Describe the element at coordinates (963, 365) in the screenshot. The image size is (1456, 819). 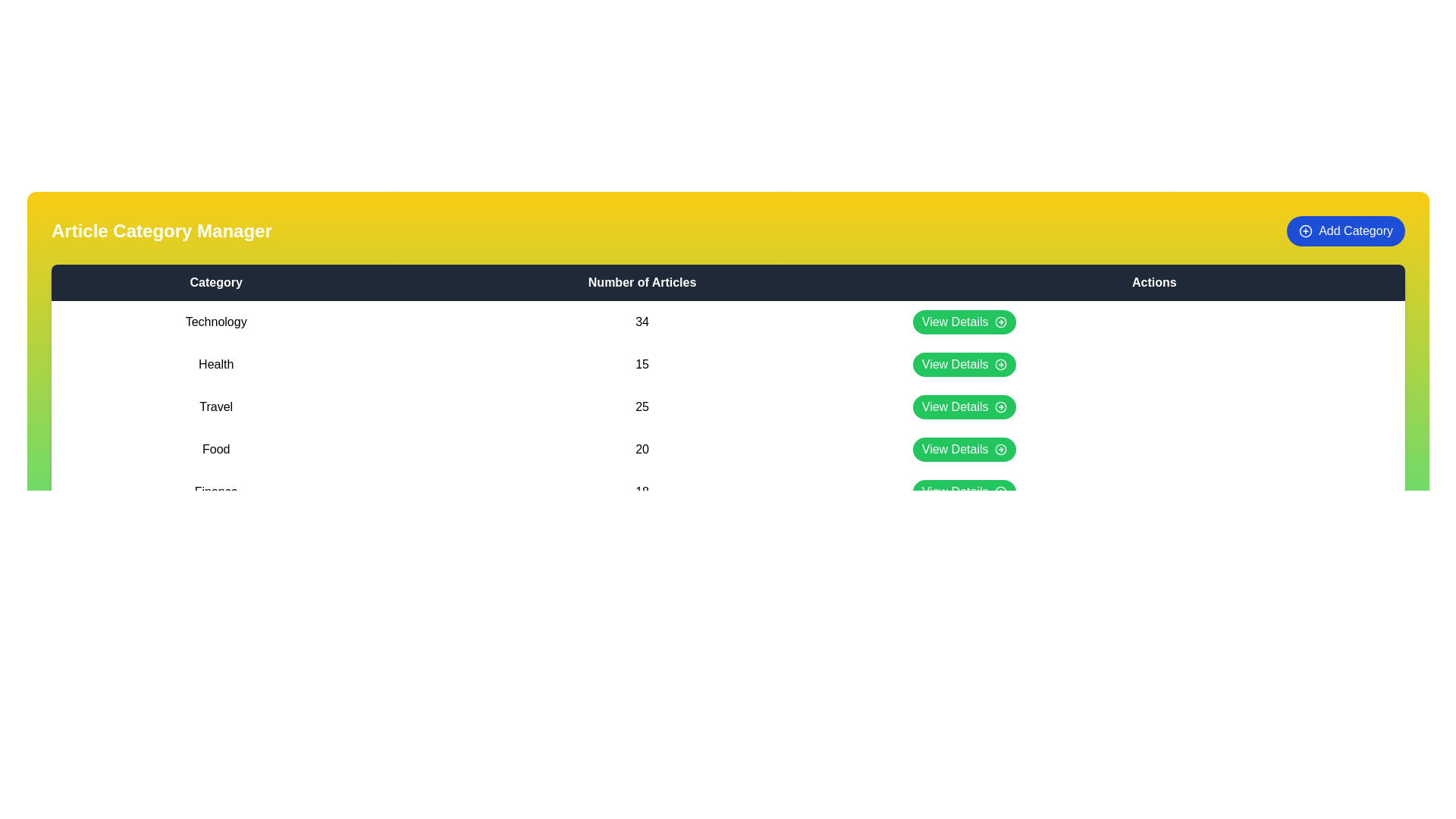
I see `the 'View Details' button for the category 'Health'` at that location.